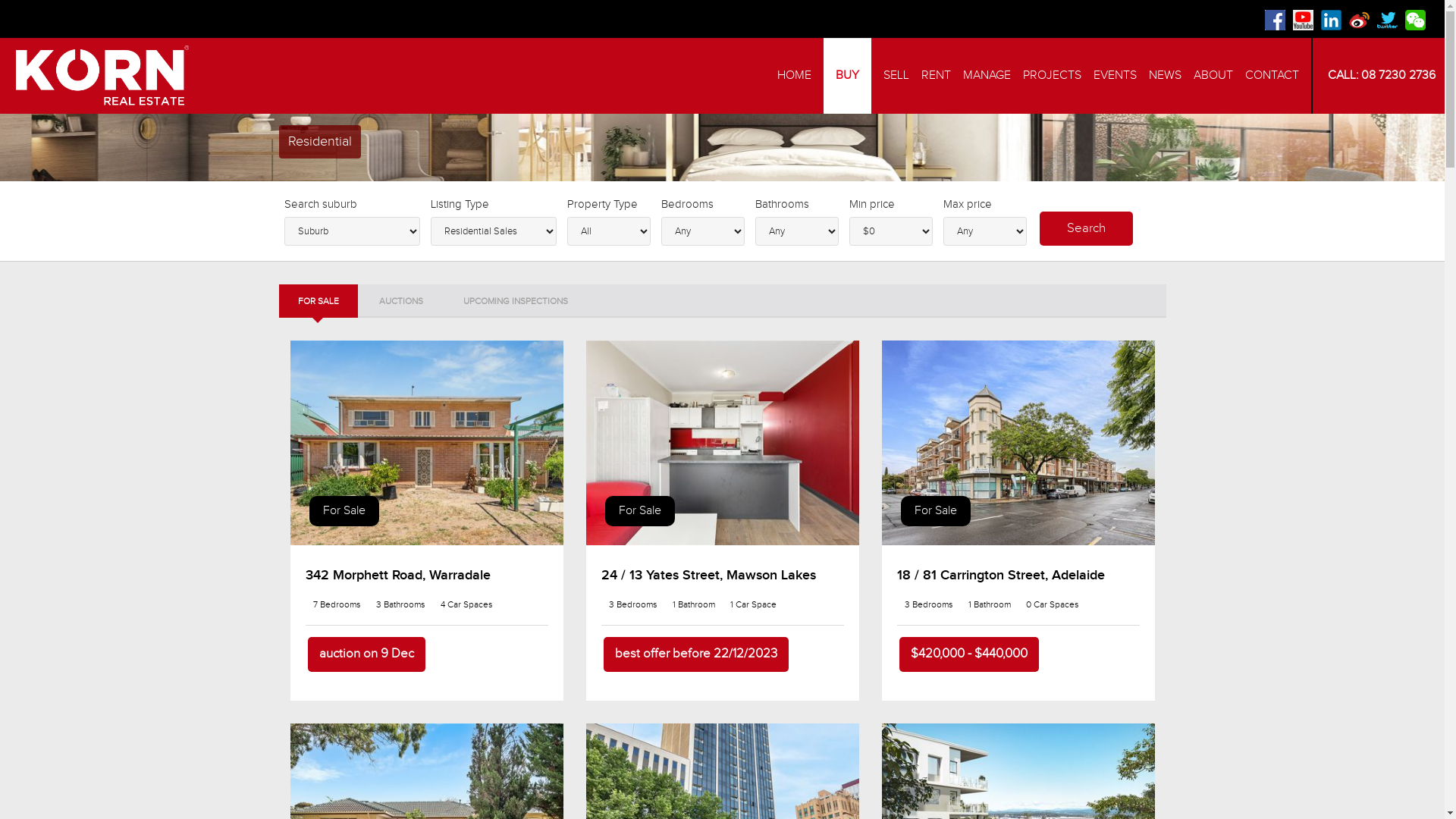  Describe the element at coordinates (1084, 228) in the screenshot. I see `'search'` at that location.